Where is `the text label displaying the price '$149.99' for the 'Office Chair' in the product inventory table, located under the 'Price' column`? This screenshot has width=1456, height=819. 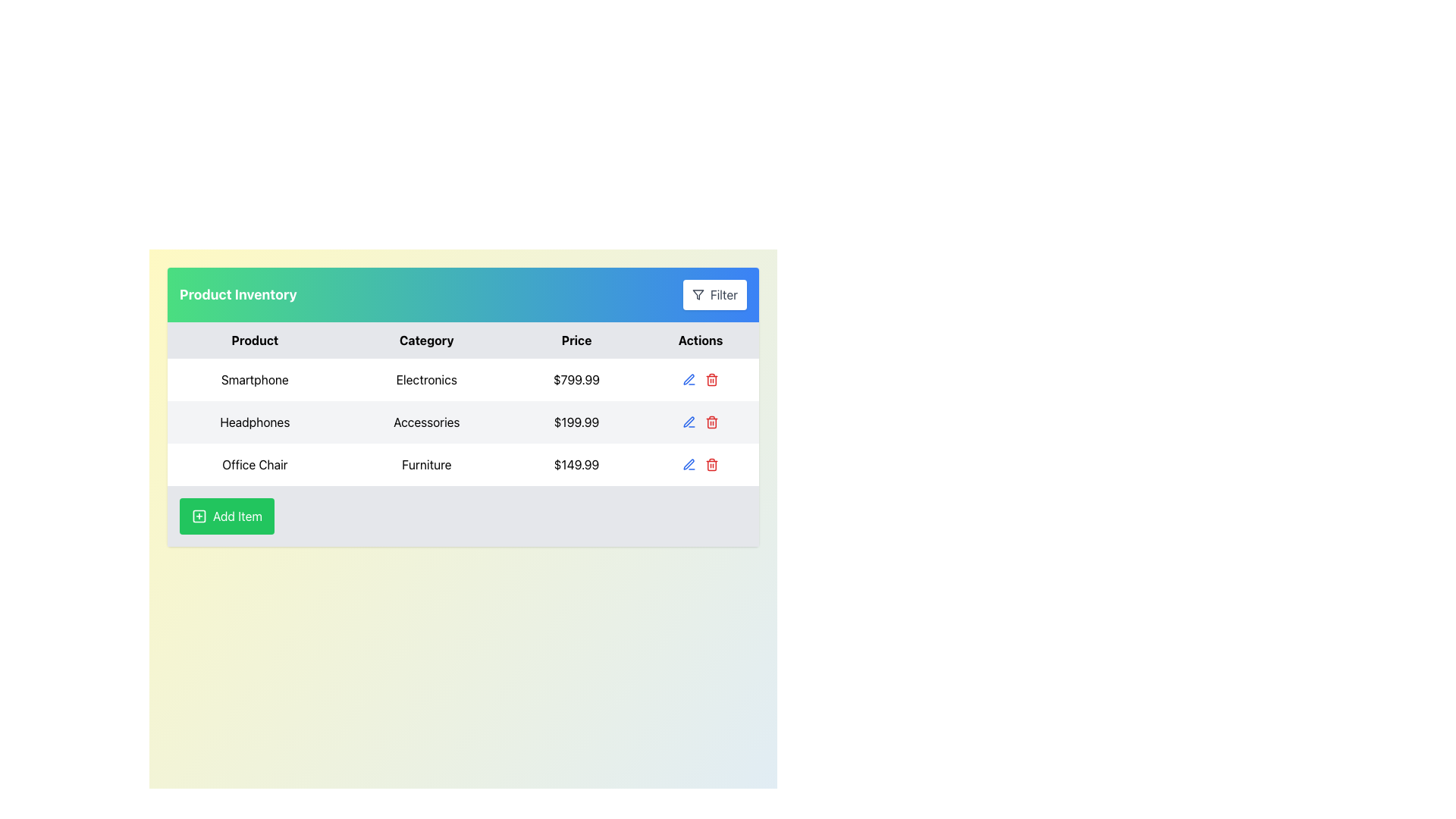
the text label displaying the price '$149.99' for the 'Office Chair' in the product inventory table, located under the 'Price' column is located at coordinates (576, 464).